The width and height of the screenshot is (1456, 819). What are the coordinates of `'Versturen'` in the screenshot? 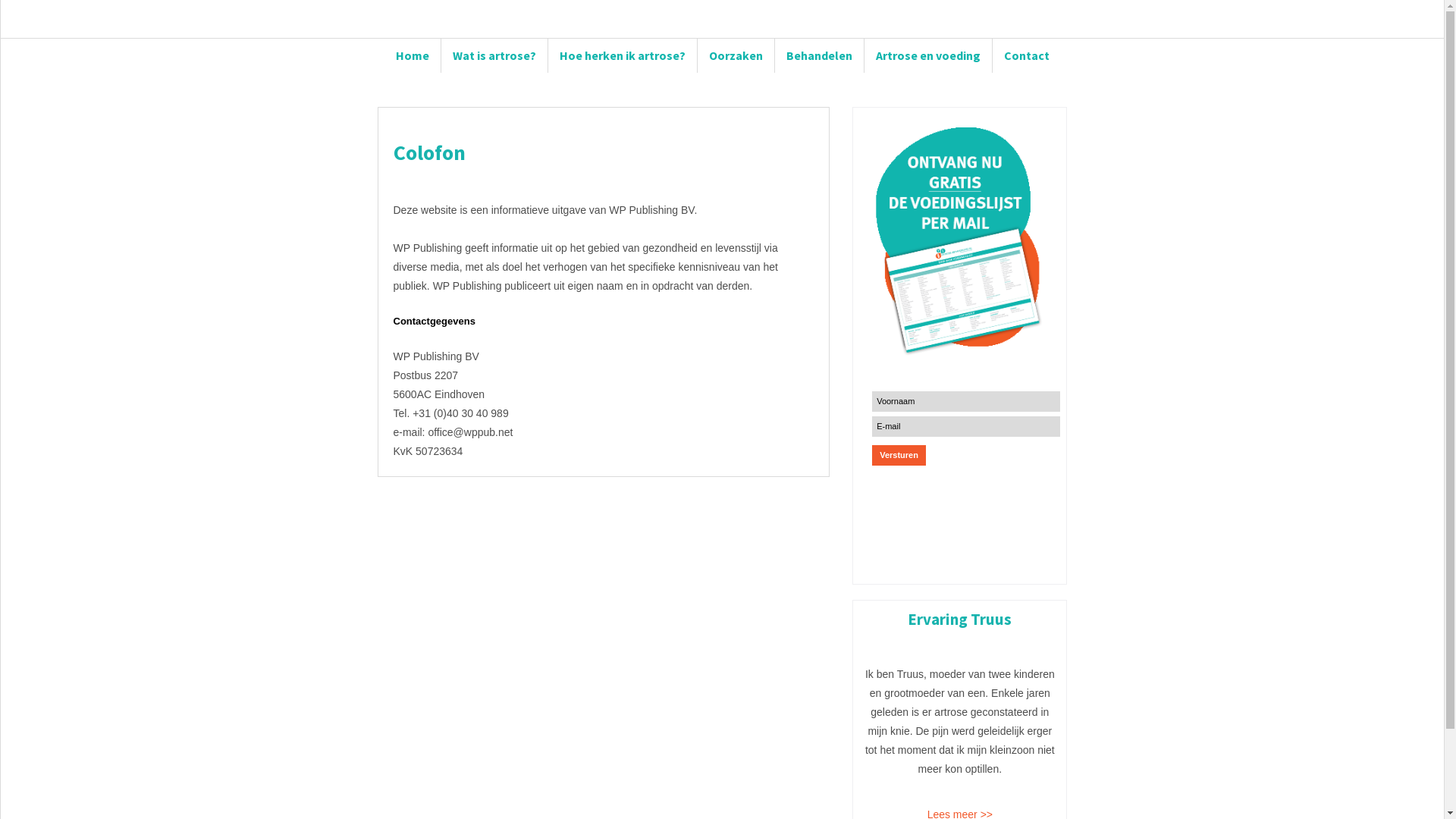 It's located at (899, 454).